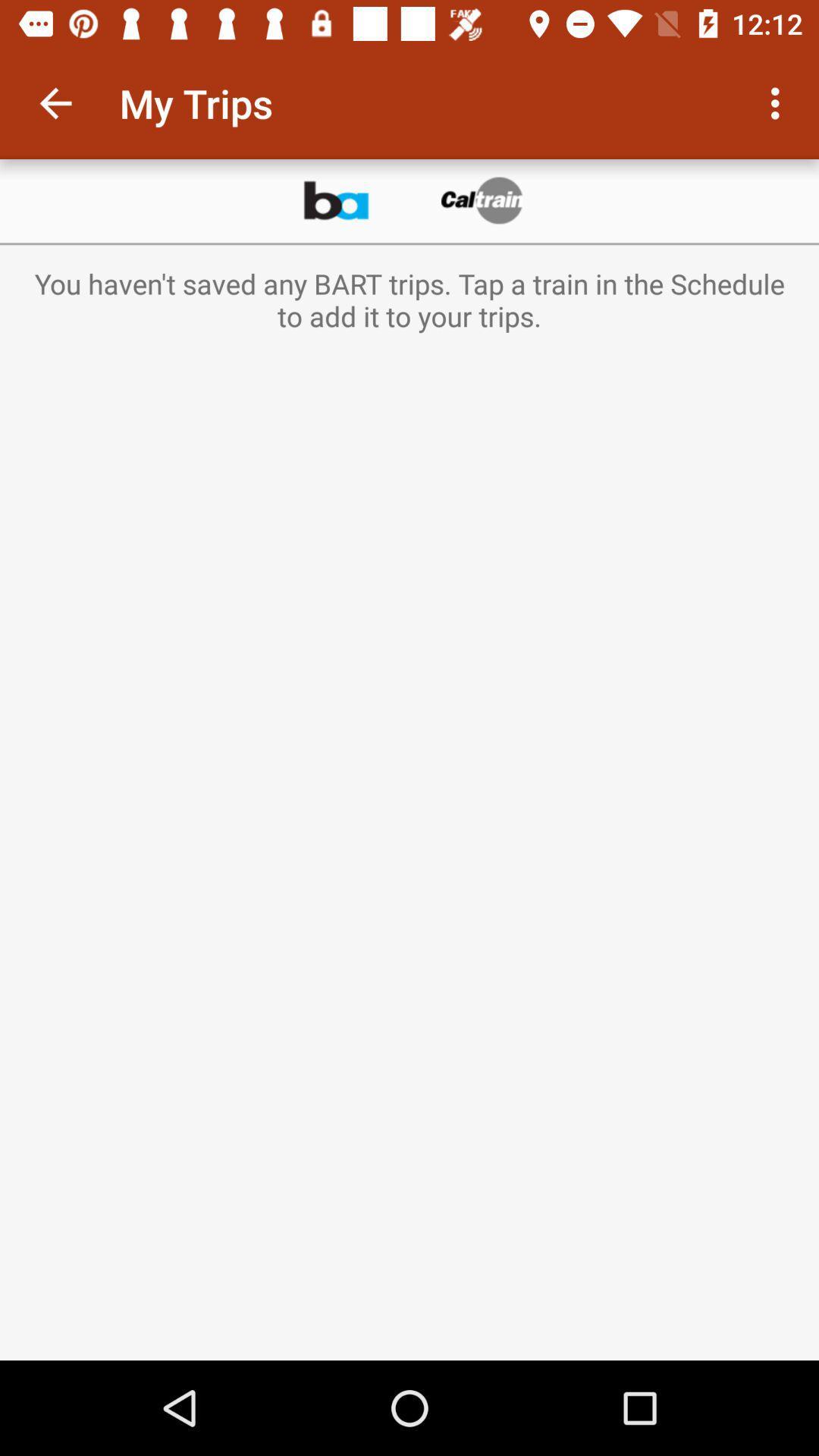 Image resolution: width=819 pixels, height=1456 pixels. What do you see at coordinates (334, 200) in the screenshot?
I see `app below the my trips icon` at bounding box center [334, 200].